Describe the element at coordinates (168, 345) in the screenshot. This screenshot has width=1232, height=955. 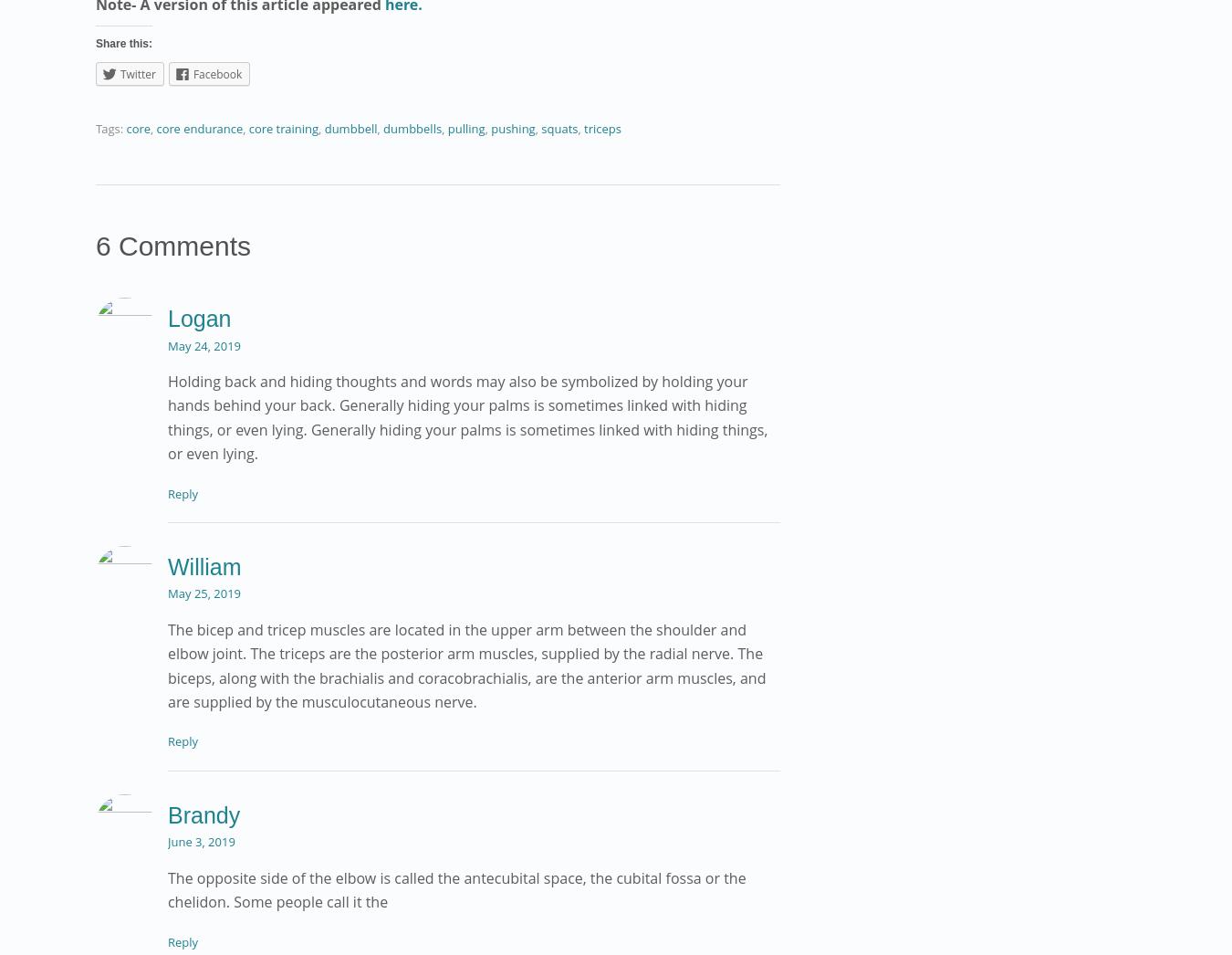
I see `'May 24, 2019'` at that location.